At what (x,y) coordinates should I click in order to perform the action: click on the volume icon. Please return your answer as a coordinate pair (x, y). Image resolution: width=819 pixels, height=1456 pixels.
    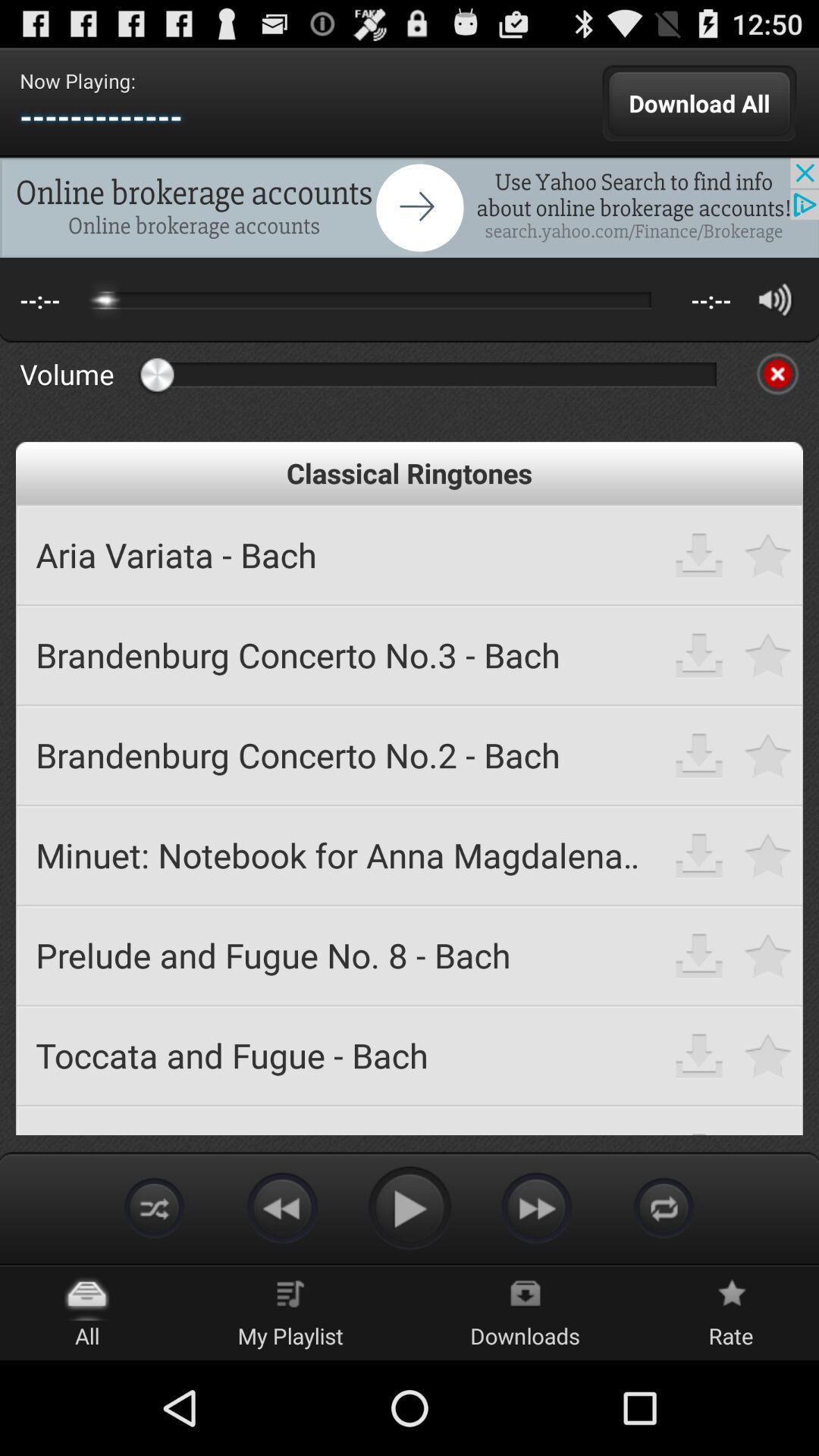
    Looking at the image, I should click on (775, 319).